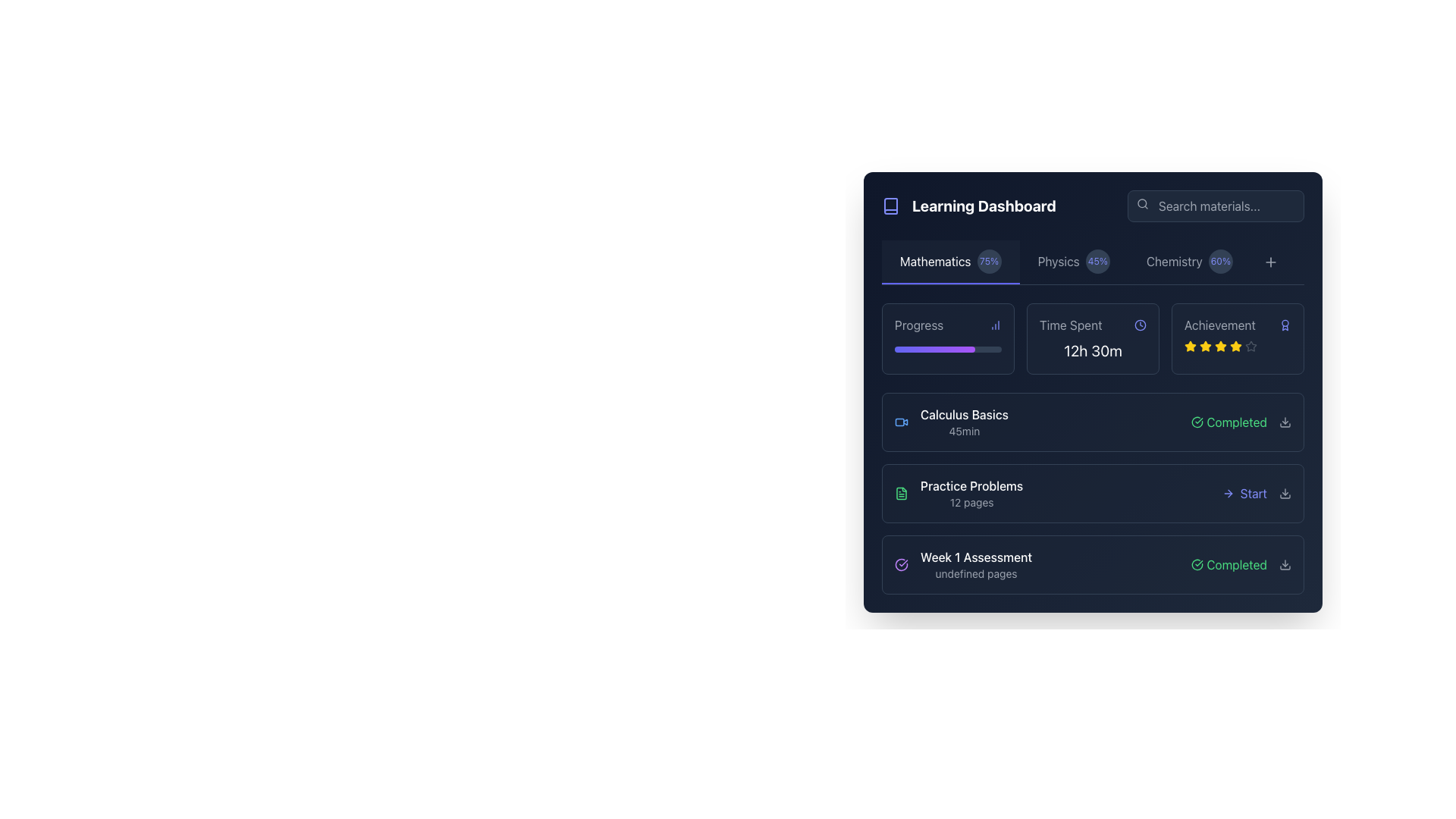 The width and height of the screenshot is (1456, 819). I want to click on the small circular button with a '+' icon located at the top-right side of the header navigation section, adjacent to the 'Chemistry' subject indicator, so click(1270, 262).